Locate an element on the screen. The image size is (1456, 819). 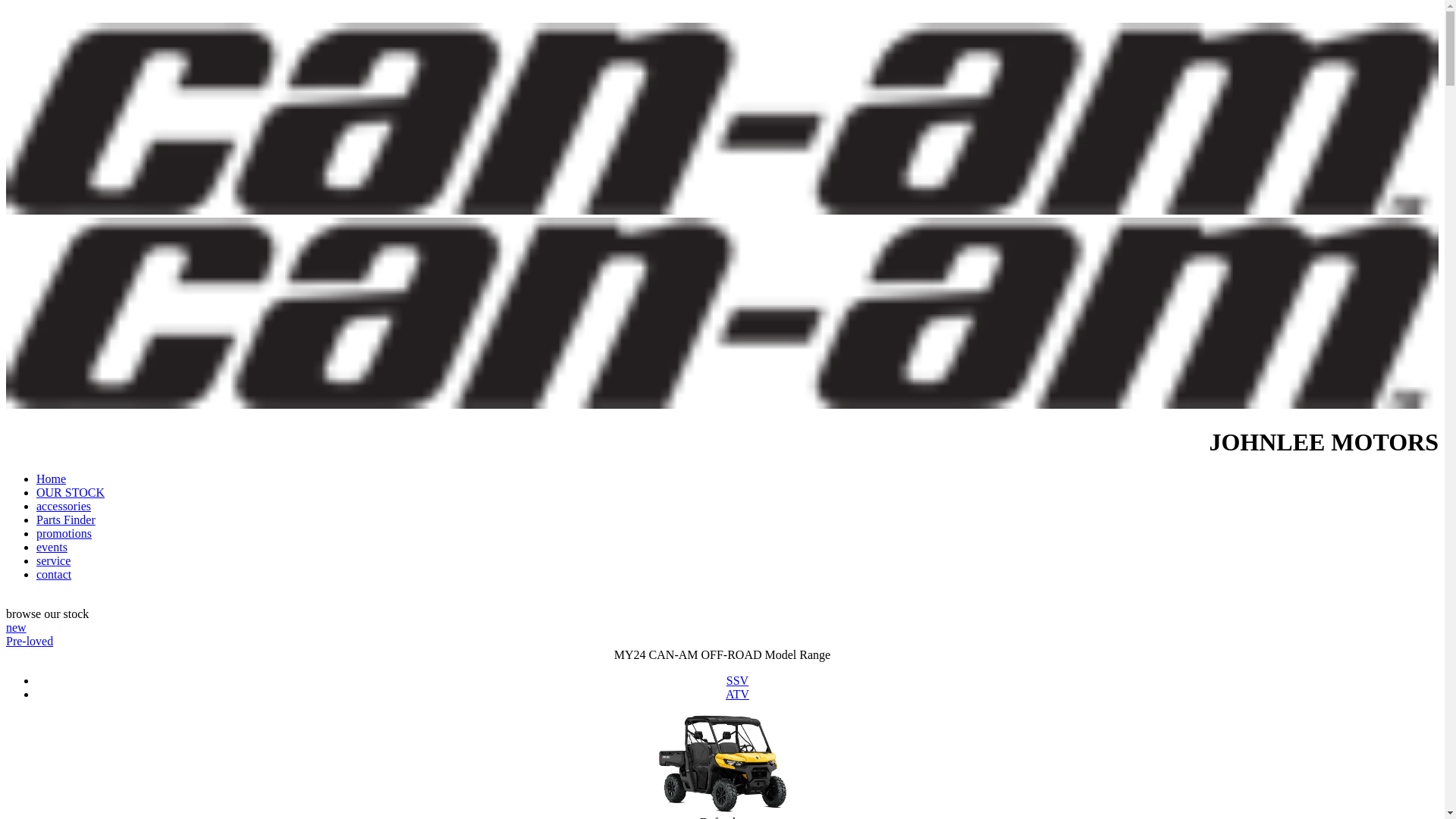
'Pre-loved' is located at coordinates (6, 641).